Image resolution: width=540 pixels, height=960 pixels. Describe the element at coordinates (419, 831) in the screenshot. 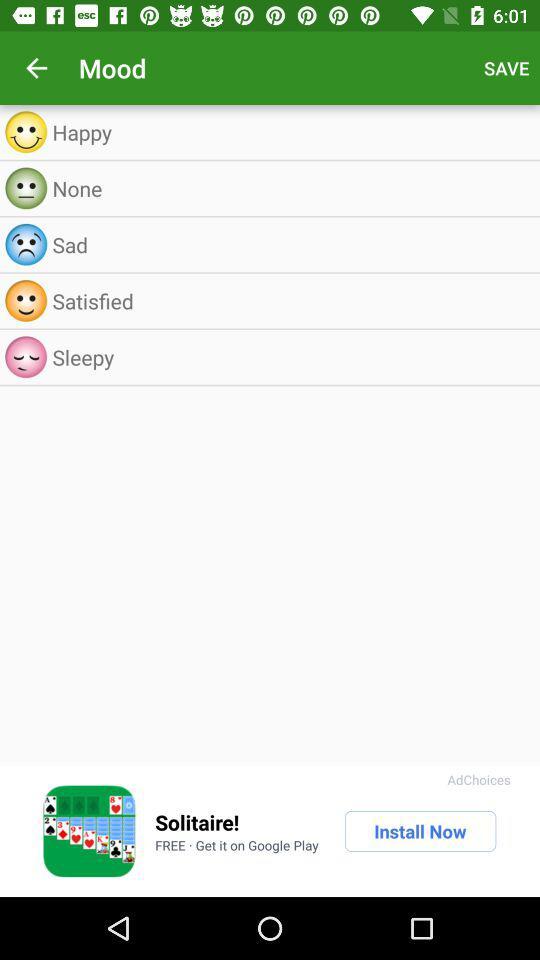

I see `item below adchoices app` at that location.